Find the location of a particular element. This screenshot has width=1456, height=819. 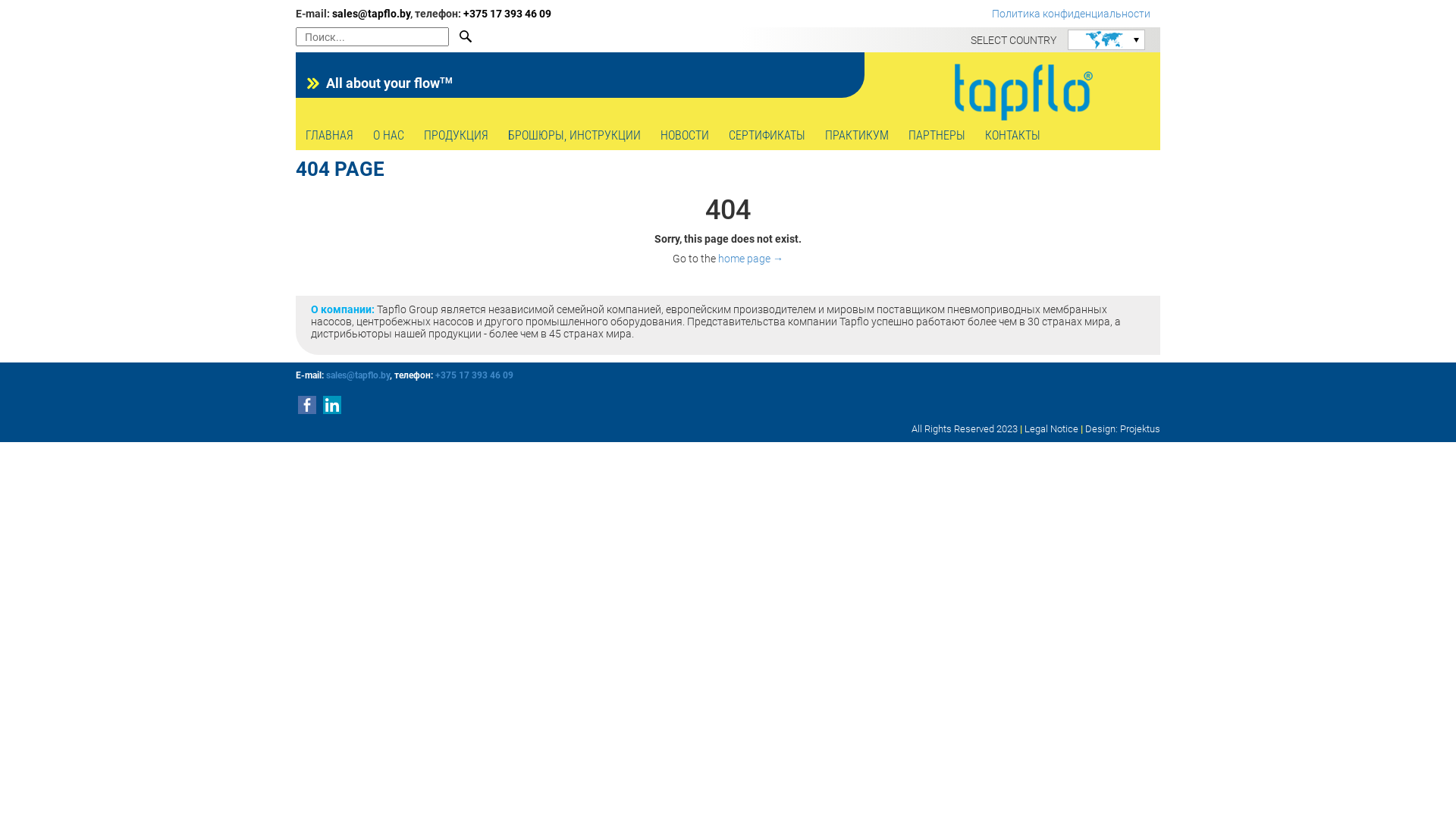

'+375 17 393 46 09' is located at coordinates (473, 375).